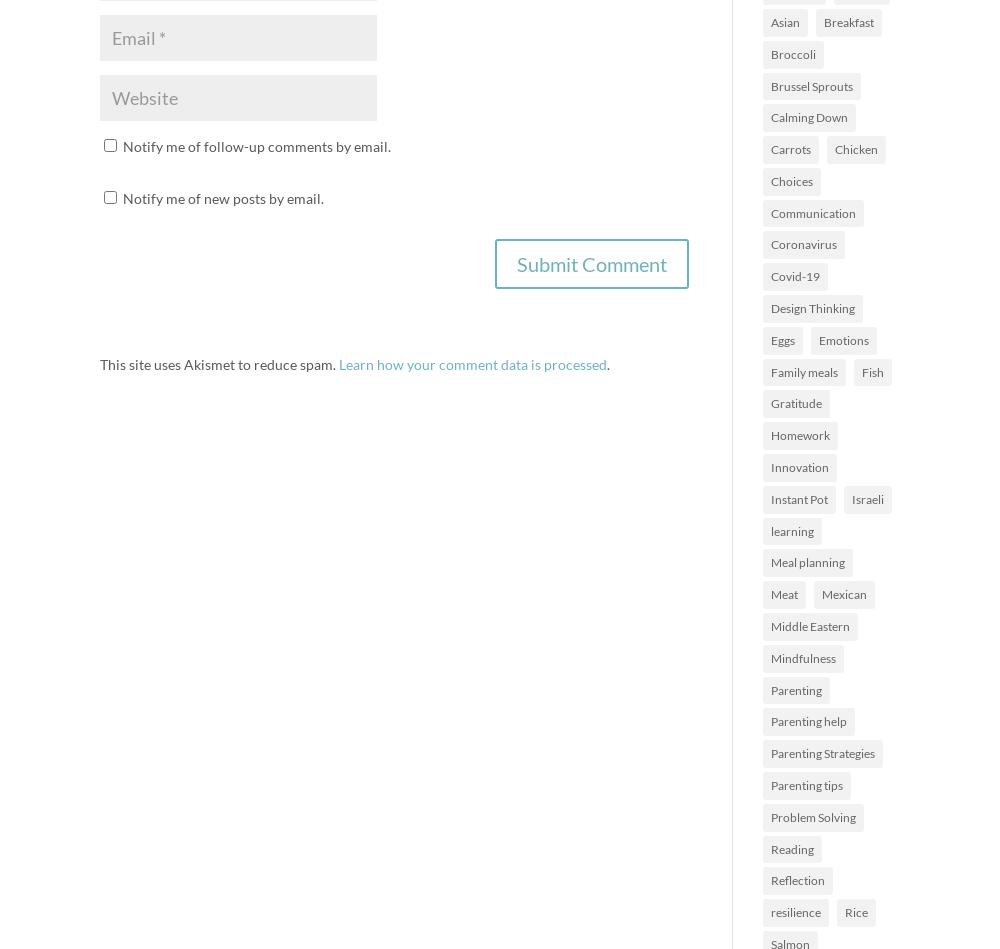 Image resolution: width=1000 pixels, height=949 pixels. I want to click on 'Broccoli', so click(793, 53).